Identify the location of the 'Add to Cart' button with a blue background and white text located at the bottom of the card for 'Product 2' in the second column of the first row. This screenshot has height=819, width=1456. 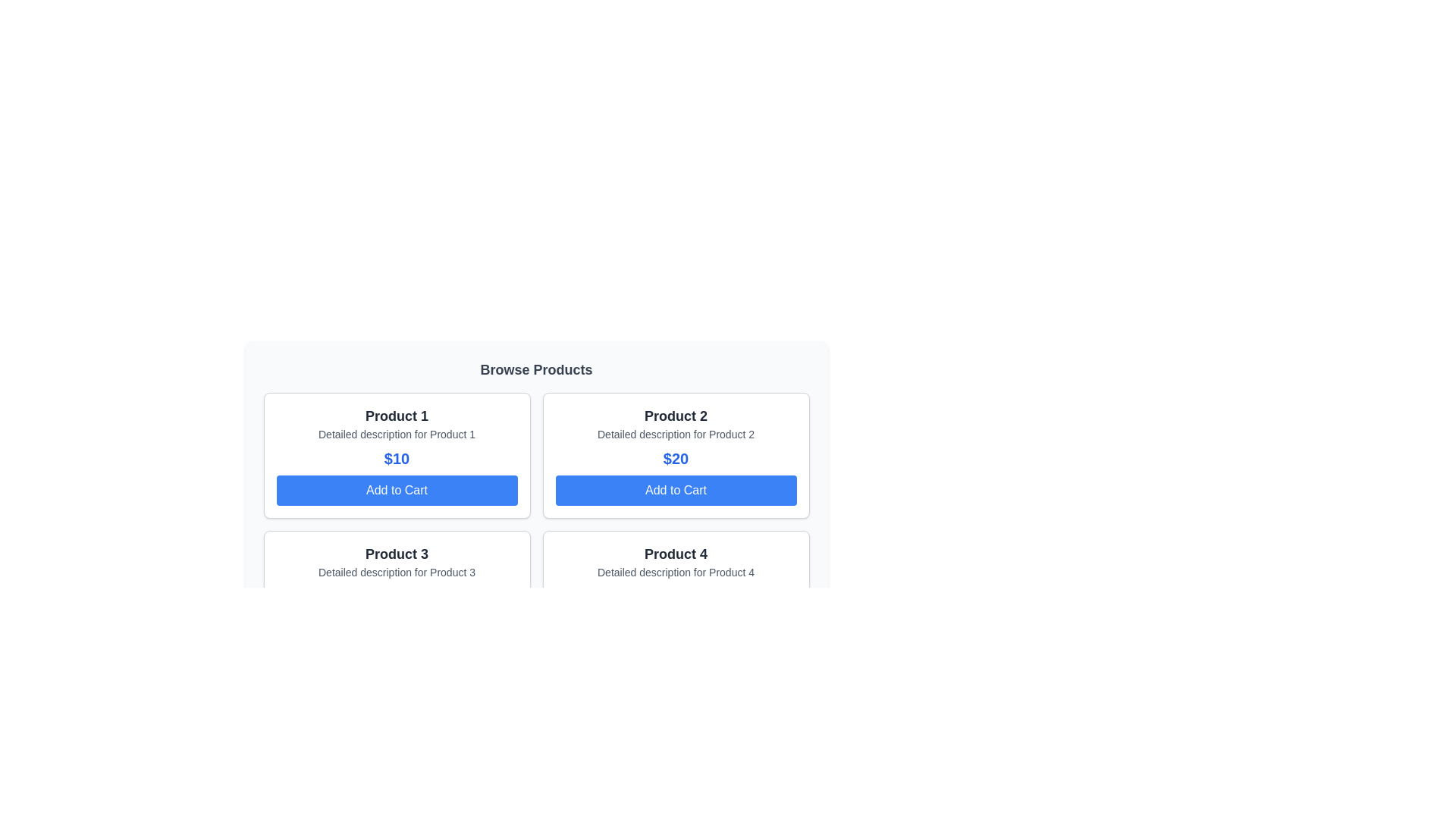
(675, 491).